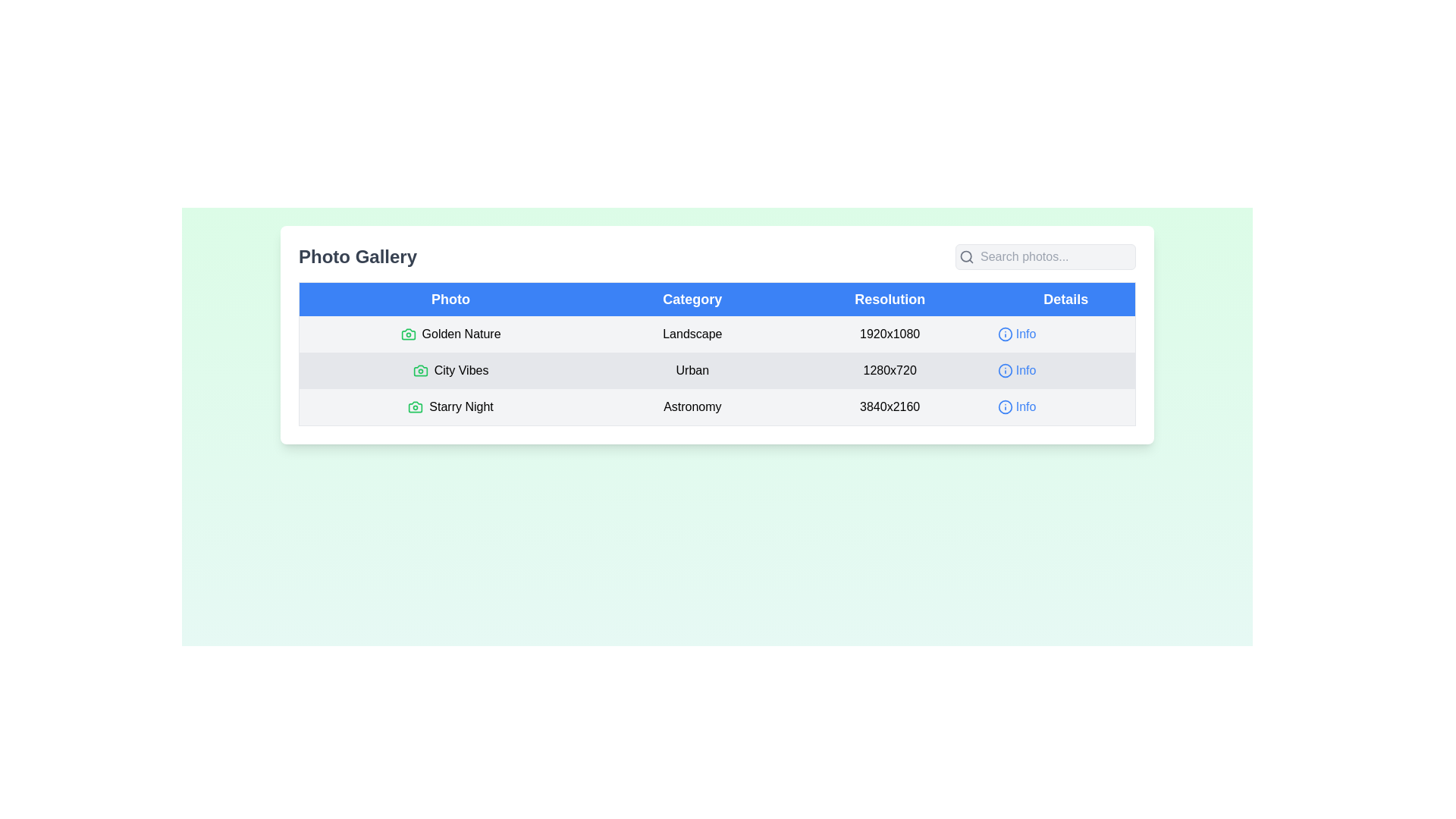 The image size is (1456, 819). Describe the element at coordinates (1005, 333) in the screenshot. I see `the interactive icon located in the Details column of the first row, next to the text 'Info'` at that location.